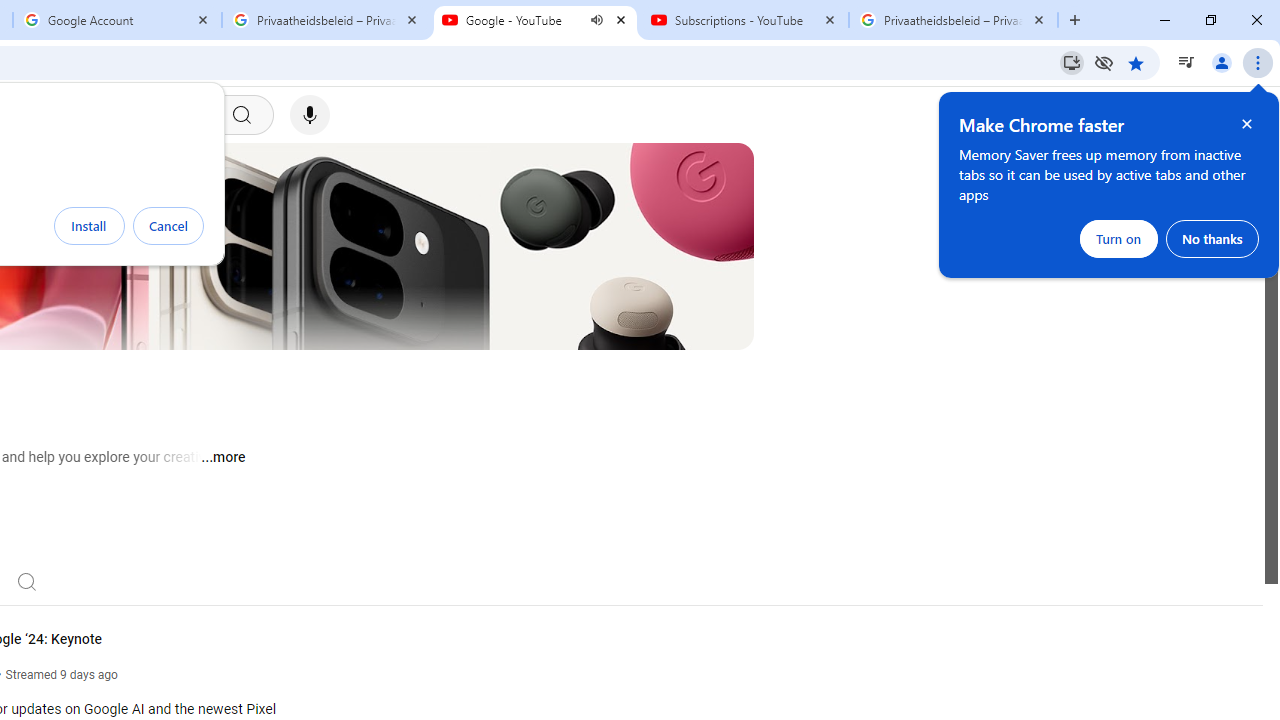  I want to click on 'Cancel', so click(168, 225).